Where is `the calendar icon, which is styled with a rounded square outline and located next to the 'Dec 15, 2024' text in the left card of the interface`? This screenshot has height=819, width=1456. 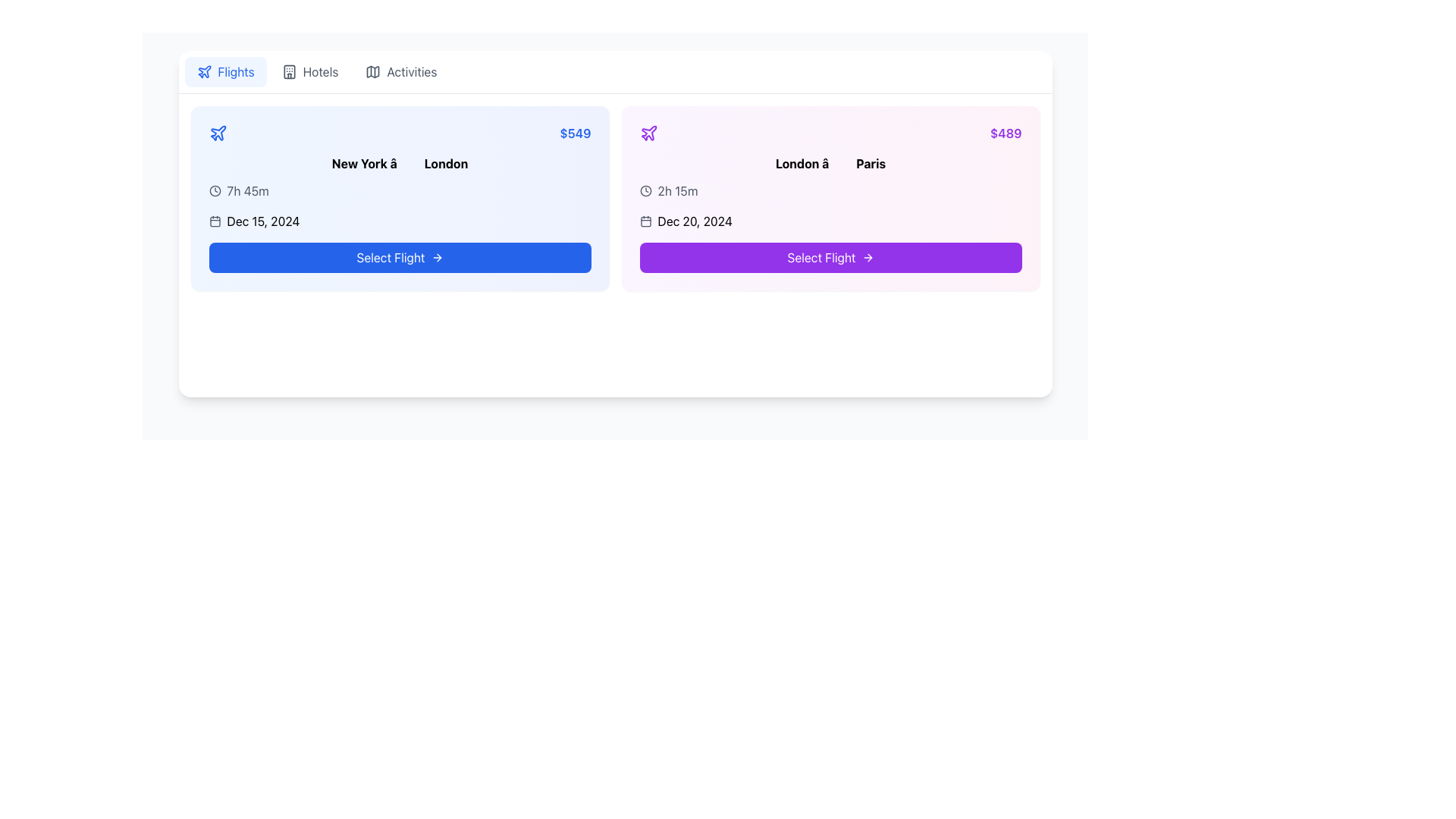 the calendar icon, which is styled with a rounded square outline and located next to the 'Dec 15, 2024' text in the left card of the interface is located at coordinates (214, 221).